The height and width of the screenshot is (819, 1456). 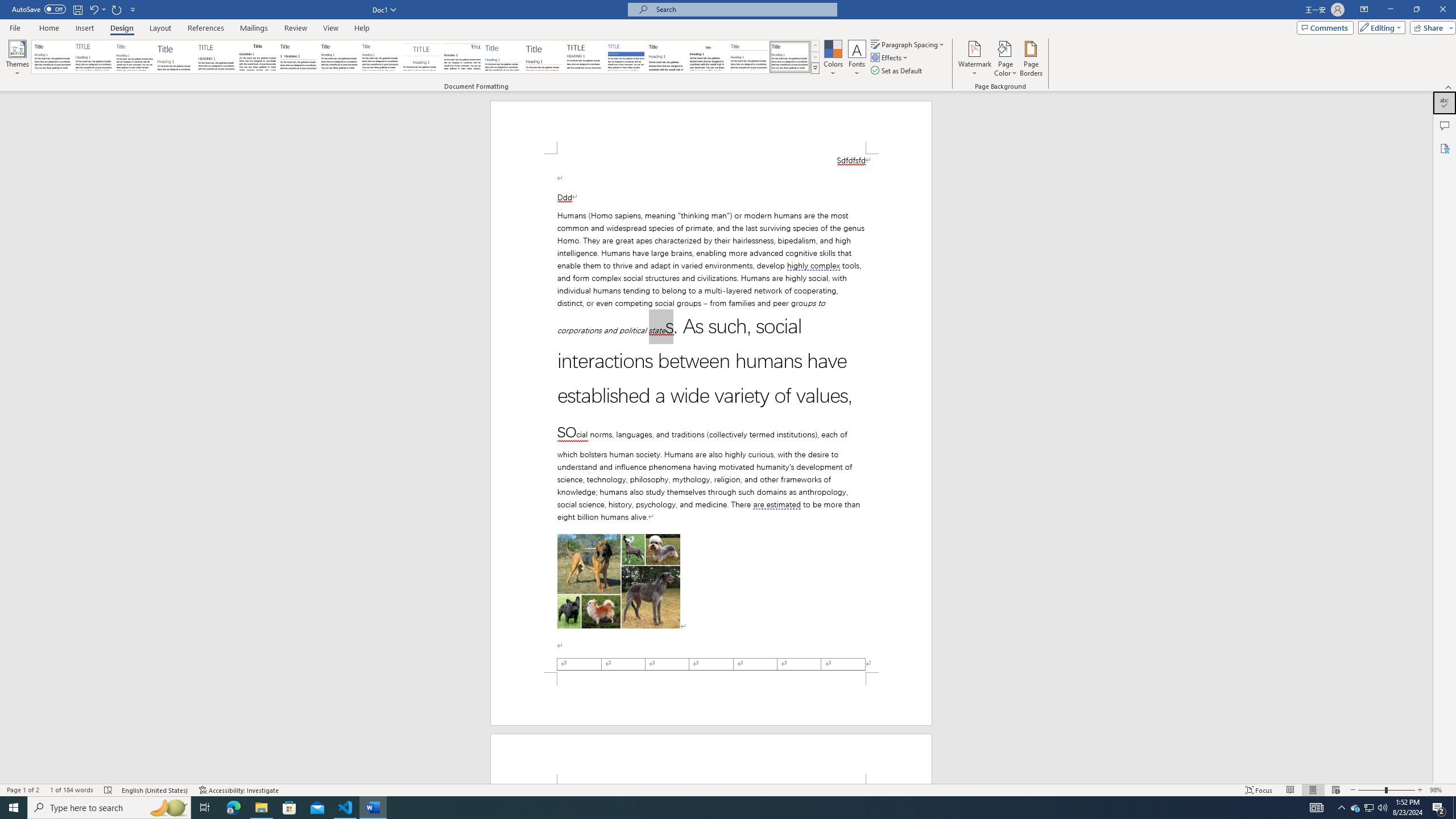 I want to click on 'Effects', so click(x=890, y=56).